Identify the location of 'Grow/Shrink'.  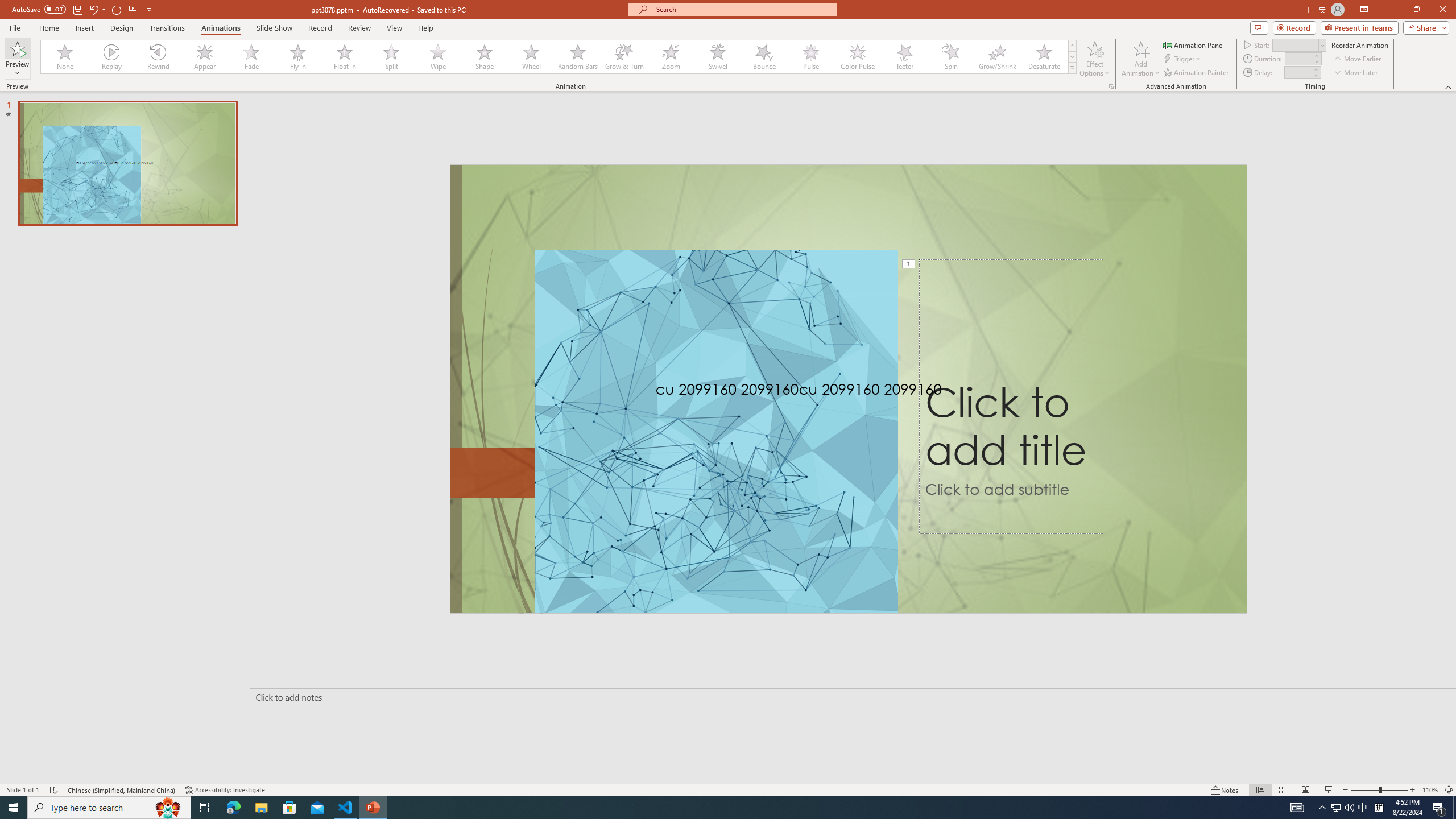
(996, 56).